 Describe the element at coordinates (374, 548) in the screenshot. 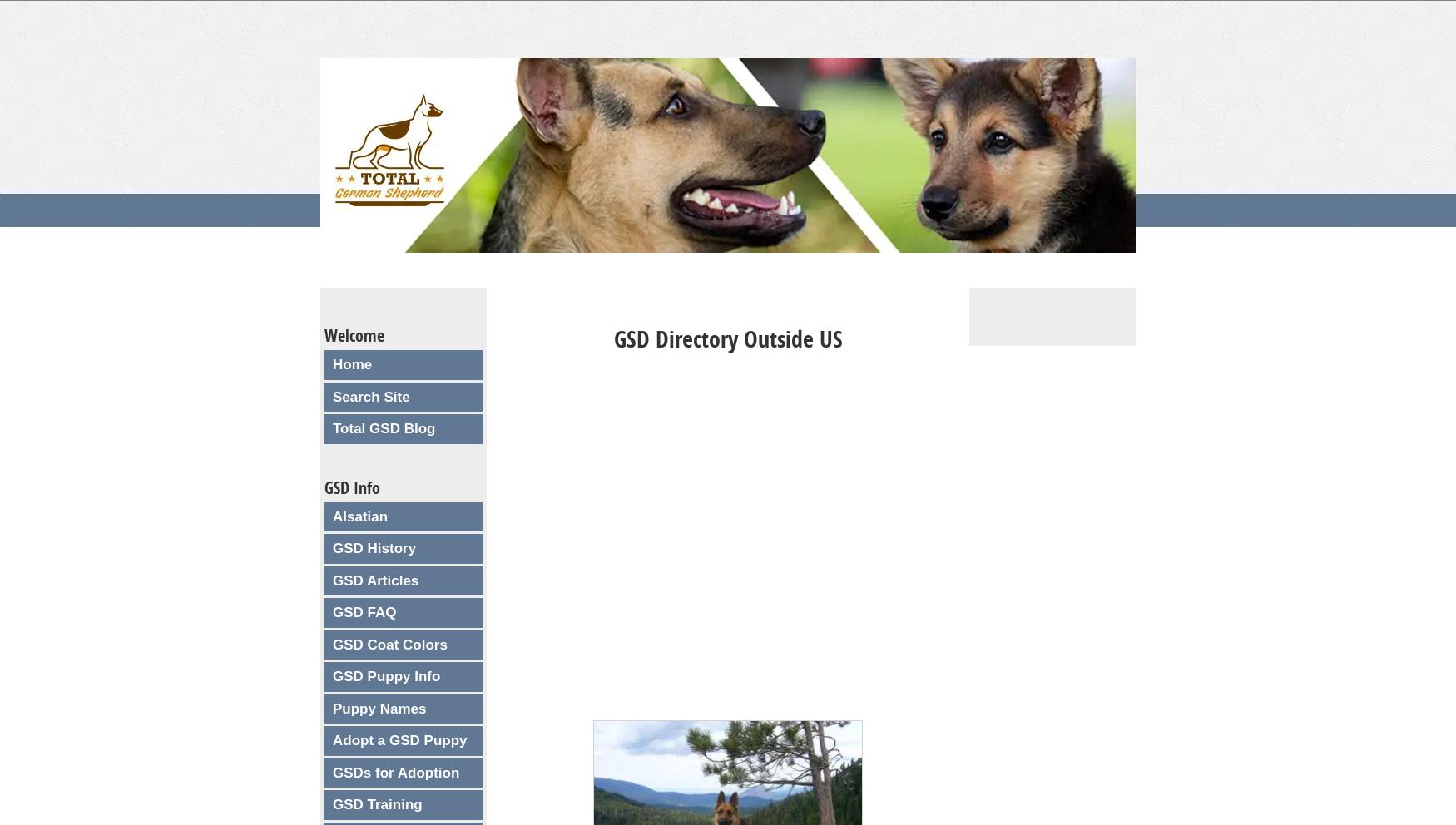

I see `'GSD History'` at that location.